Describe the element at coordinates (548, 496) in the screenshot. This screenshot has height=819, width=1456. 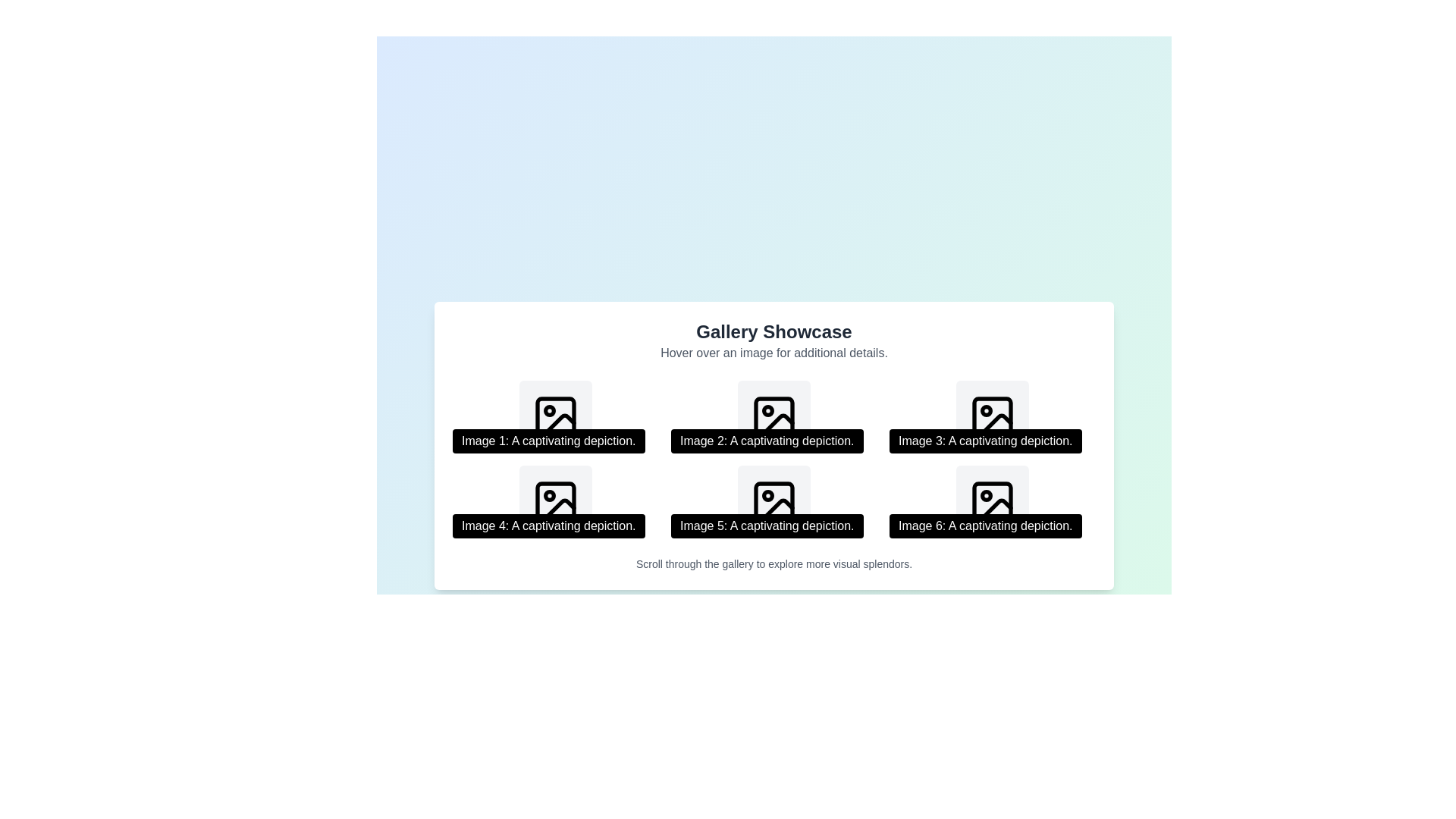
I see `the decorative circle within the fourth image icon in the second row of the gallery, which serves as a visual marker` at that location.